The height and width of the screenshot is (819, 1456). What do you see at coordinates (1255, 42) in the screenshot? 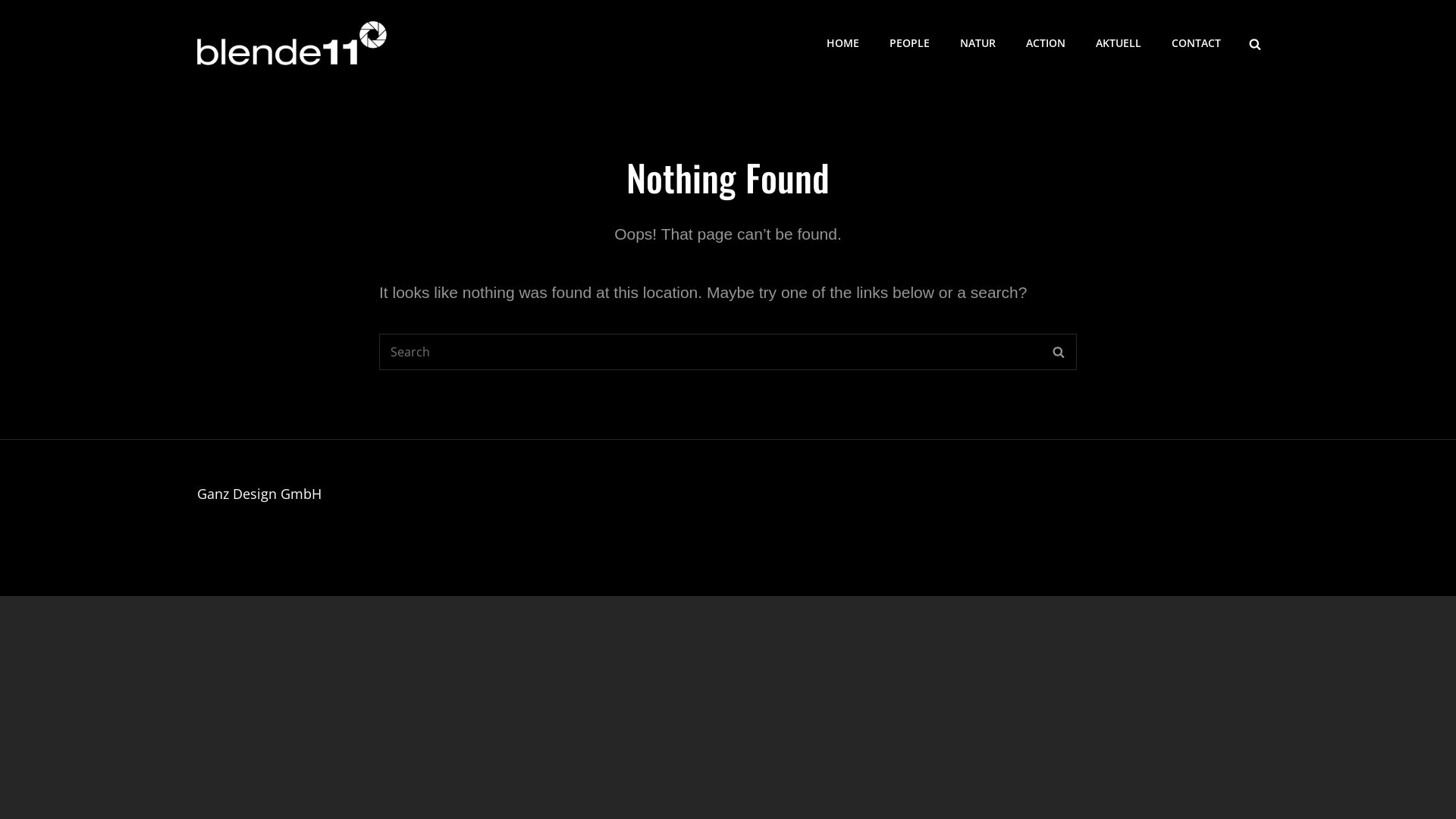
I see `'SEARCH'` at bounding box center [1255, 42].